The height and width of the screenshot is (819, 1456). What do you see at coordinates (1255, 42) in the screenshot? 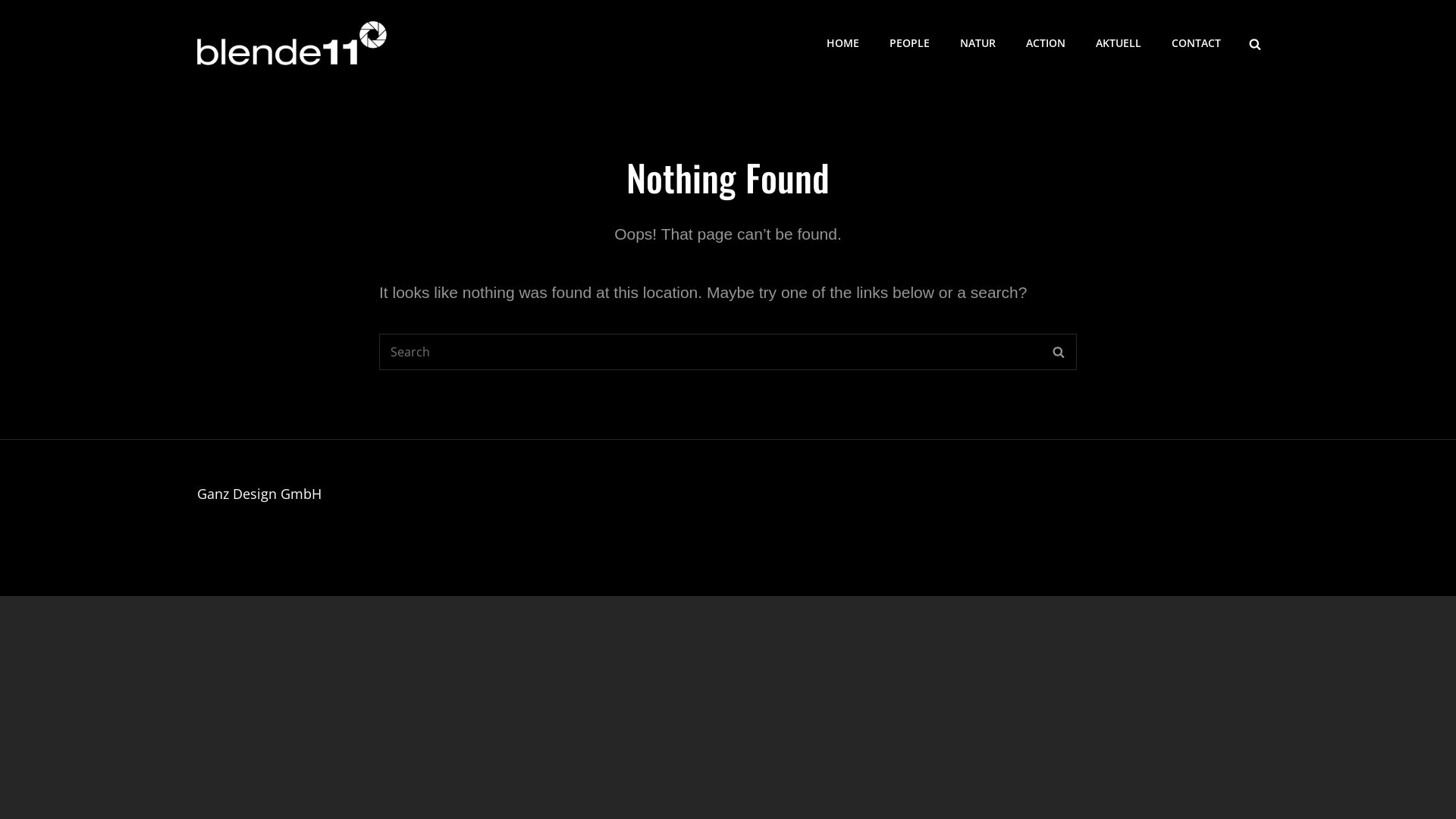
I see `'SEARCH'` at bounding box center [1255, 42].